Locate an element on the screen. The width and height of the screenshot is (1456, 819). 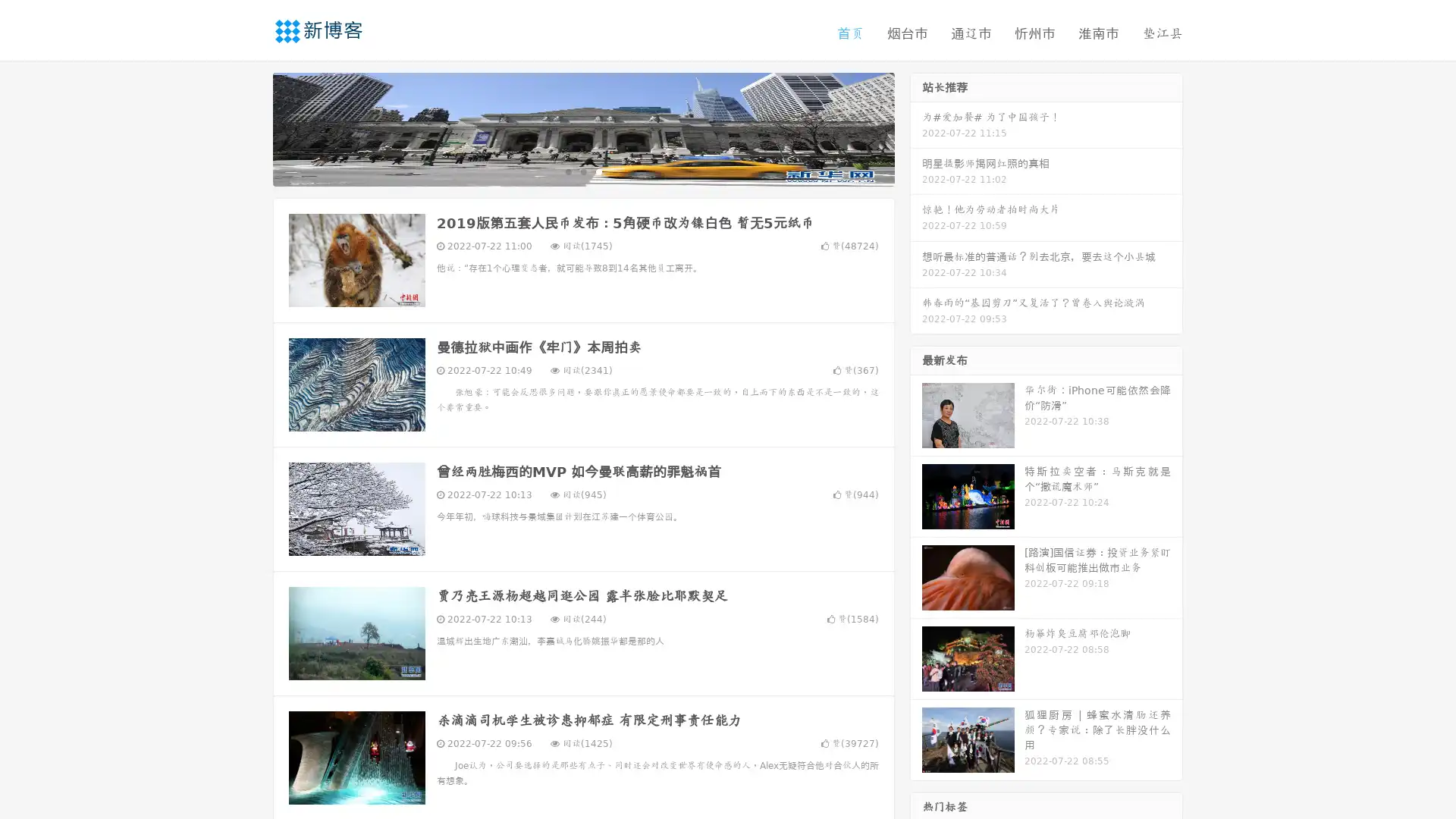
Go to slide 2 is located at coordinates (582, 171).